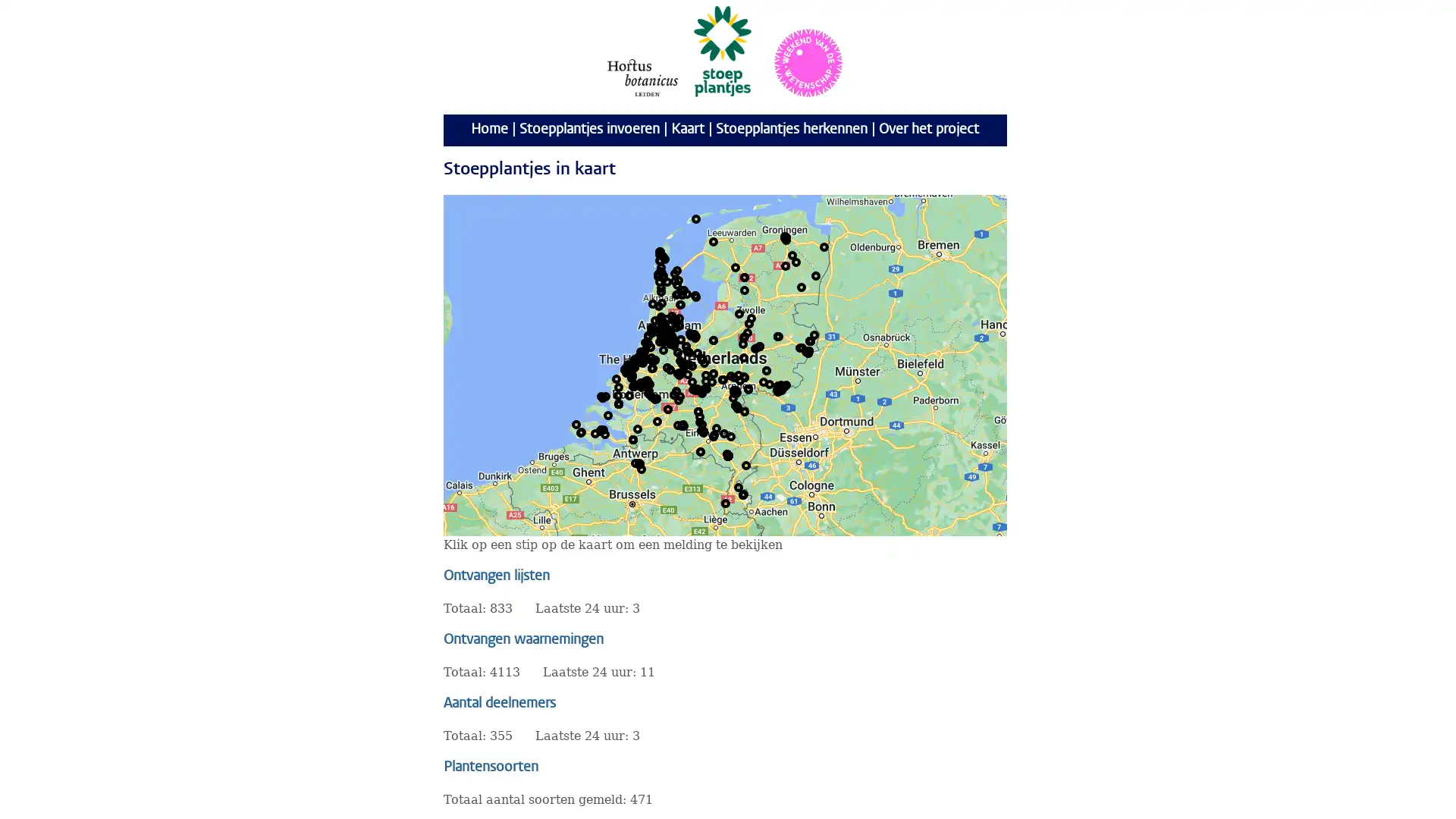 The width and height of the screenshot is (1456, 819). What do you see at coordinates (668, 338) in the screenshot?
I see `Telling van op 09 maart 2022` at bounding box center [668, 338].